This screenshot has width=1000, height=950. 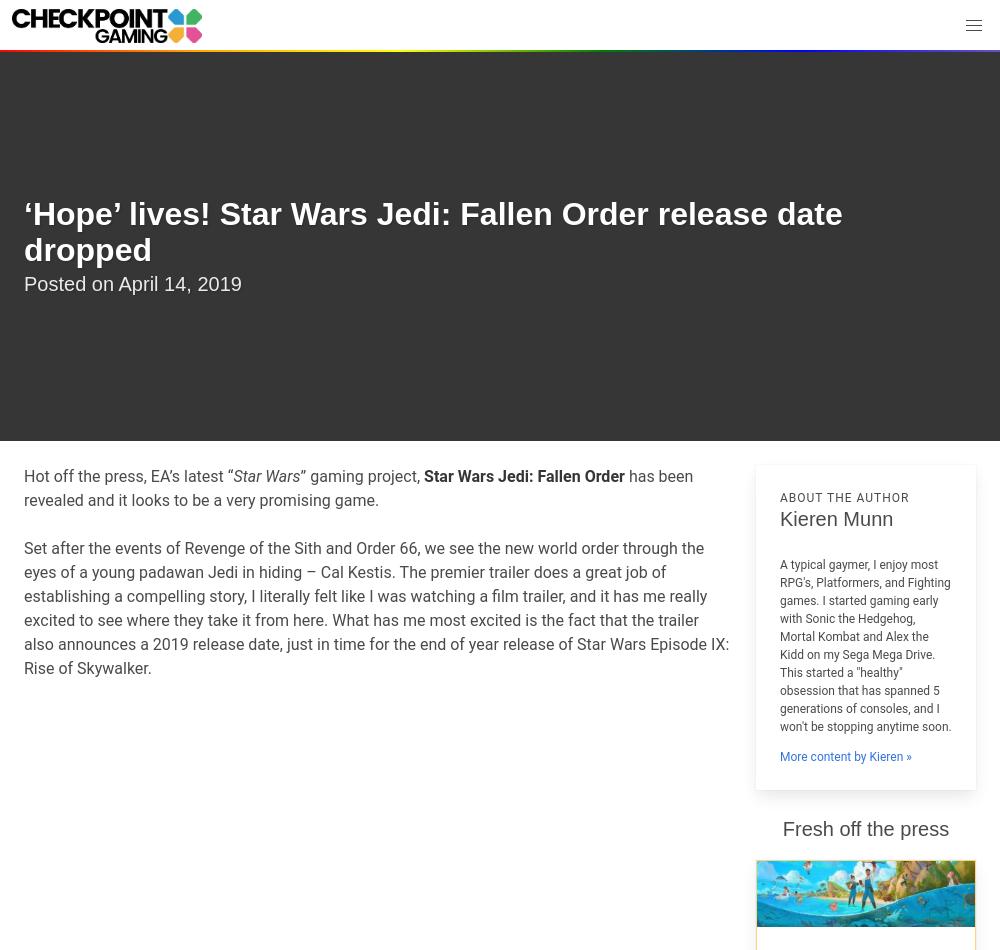 What do you see at coordinates (24, 476) in the screenshot?
I see `'Hot off the press, EA’s latest “'` at bounding box center [24, 476].